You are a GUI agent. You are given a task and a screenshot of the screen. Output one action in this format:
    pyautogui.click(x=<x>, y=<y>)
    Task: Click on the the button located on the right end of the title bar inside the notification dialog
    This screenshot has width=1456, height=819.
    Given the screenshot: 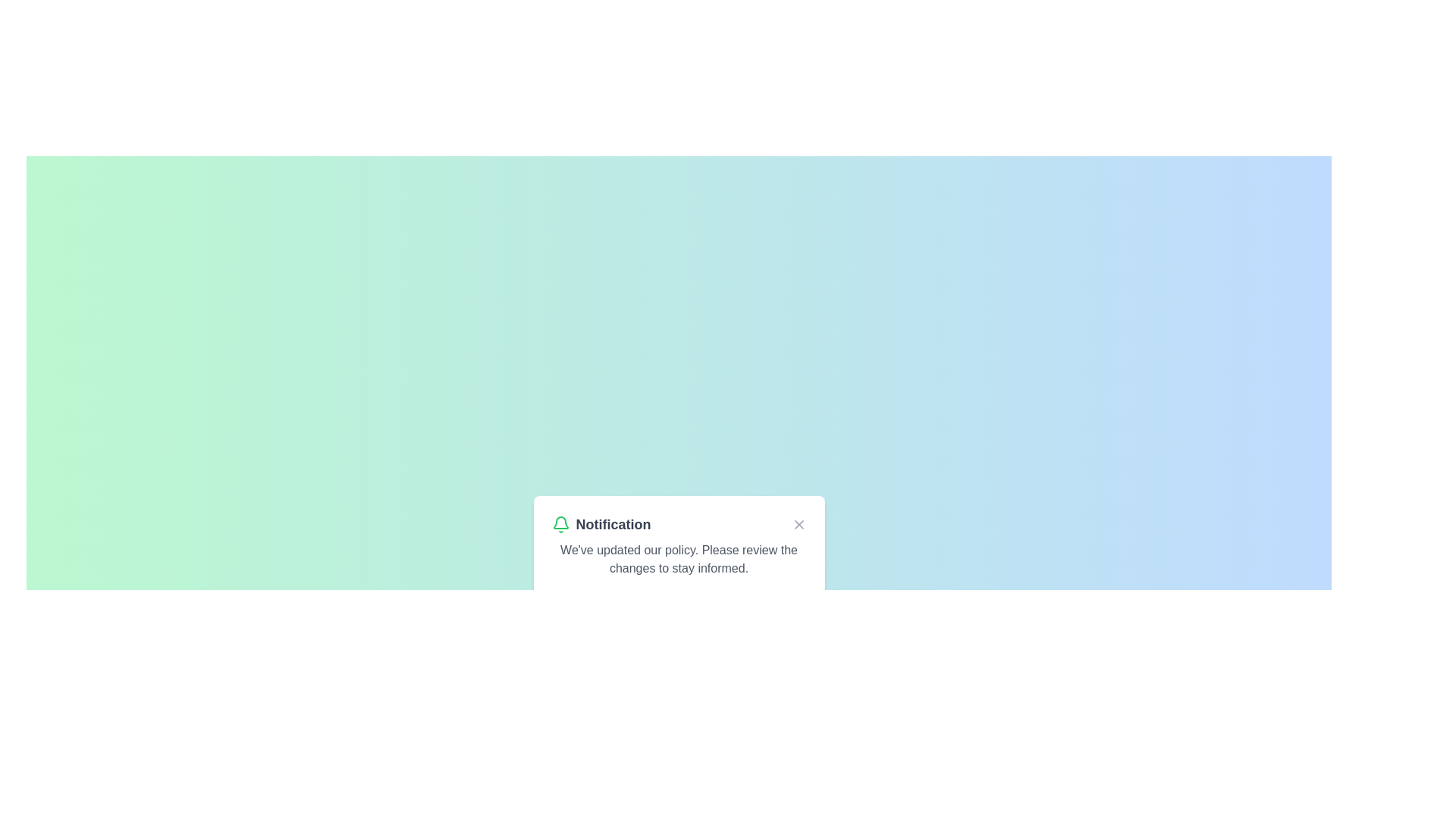 What is the action you would take?
    pyautogui.click(x=798, y=523)
    